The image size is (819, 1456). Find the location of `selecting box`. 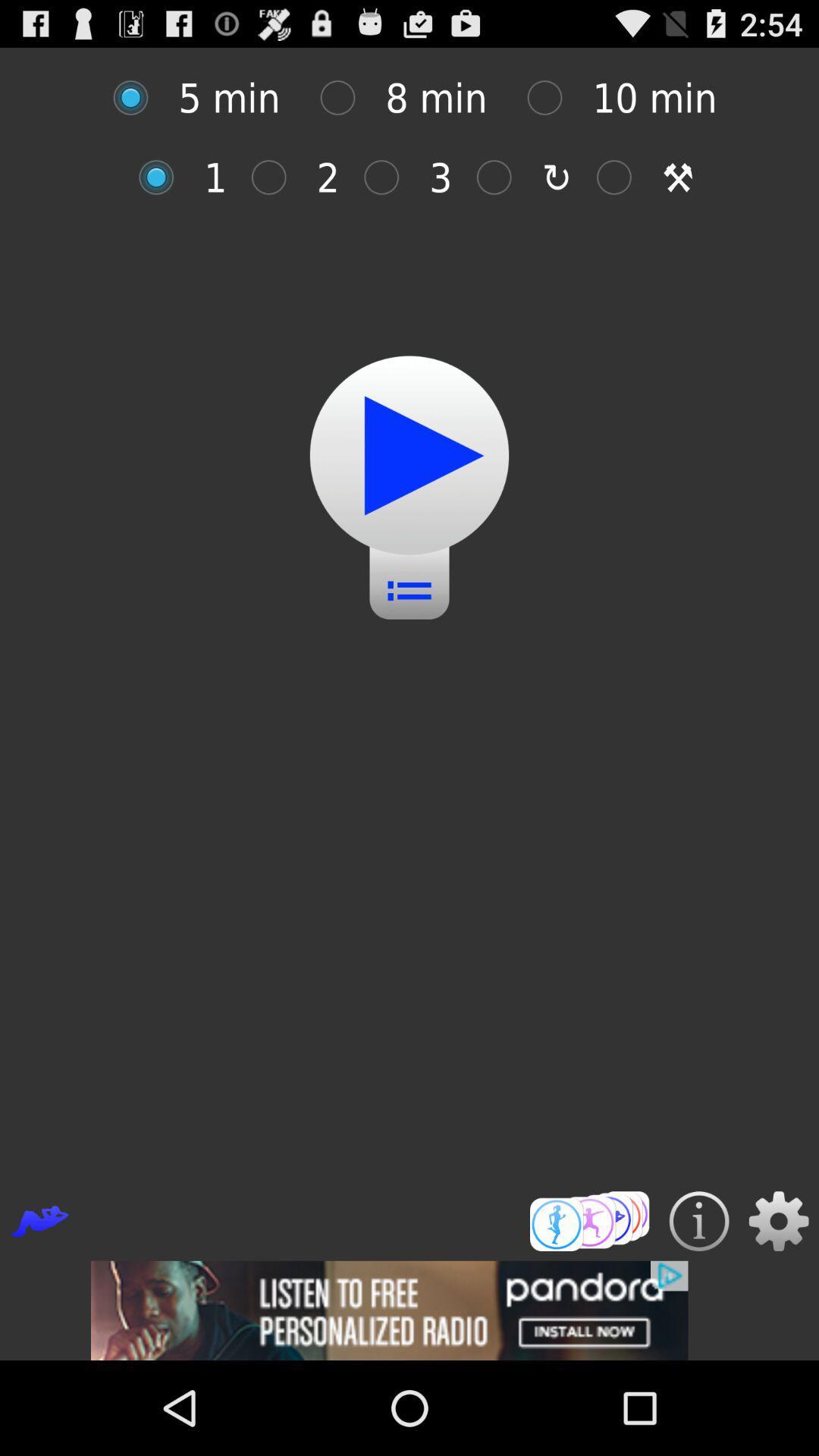

selecting box is located at coordinates (345, 97).